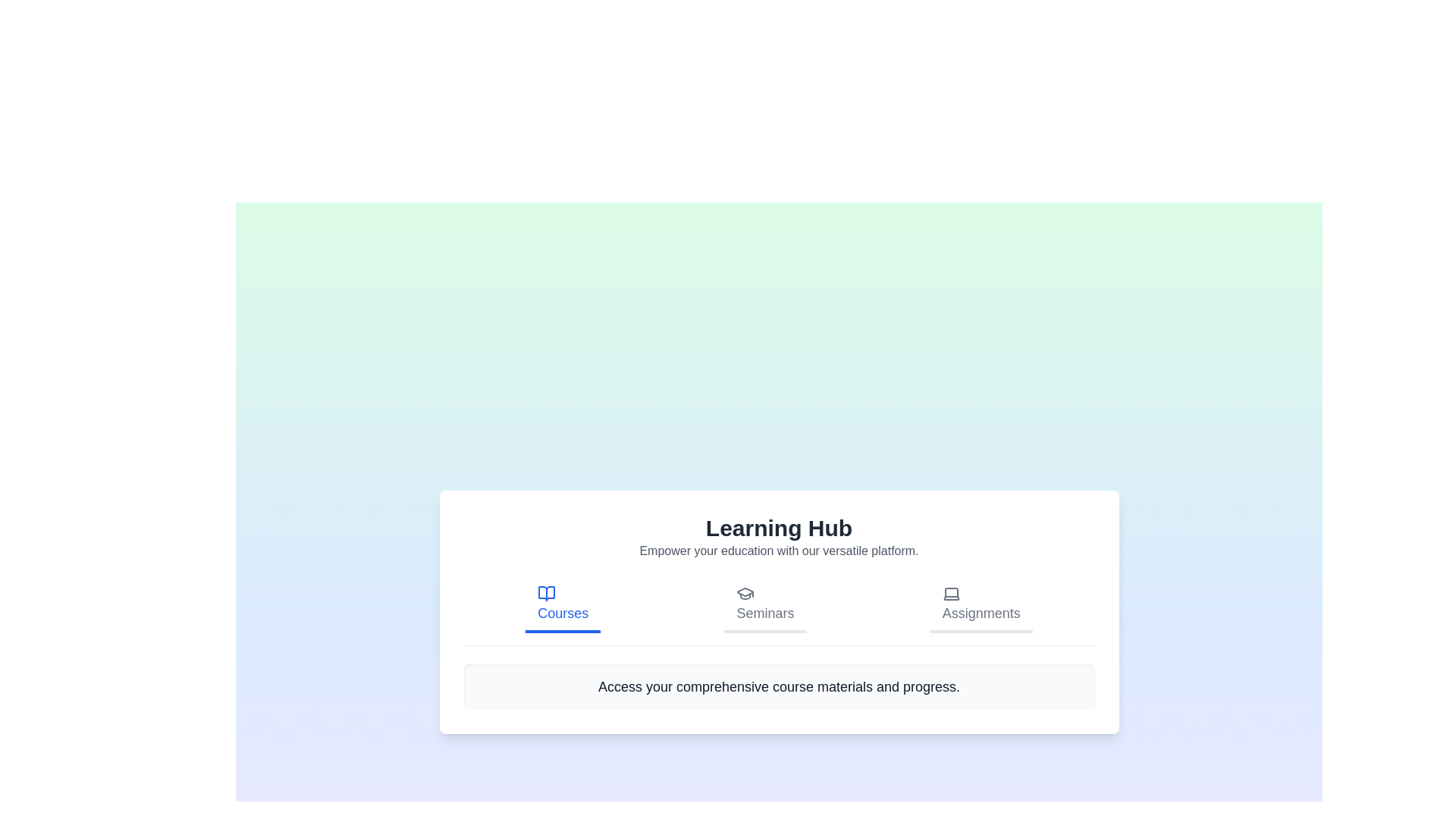 The height and width of the screenshot is (819, 1456). I want to click on the 'Assignments' text label, which is styled in gray with medium font weight and located at the bottom section of the interface, to the right of 'Courses' and 'Seminars', so click(981, 612).